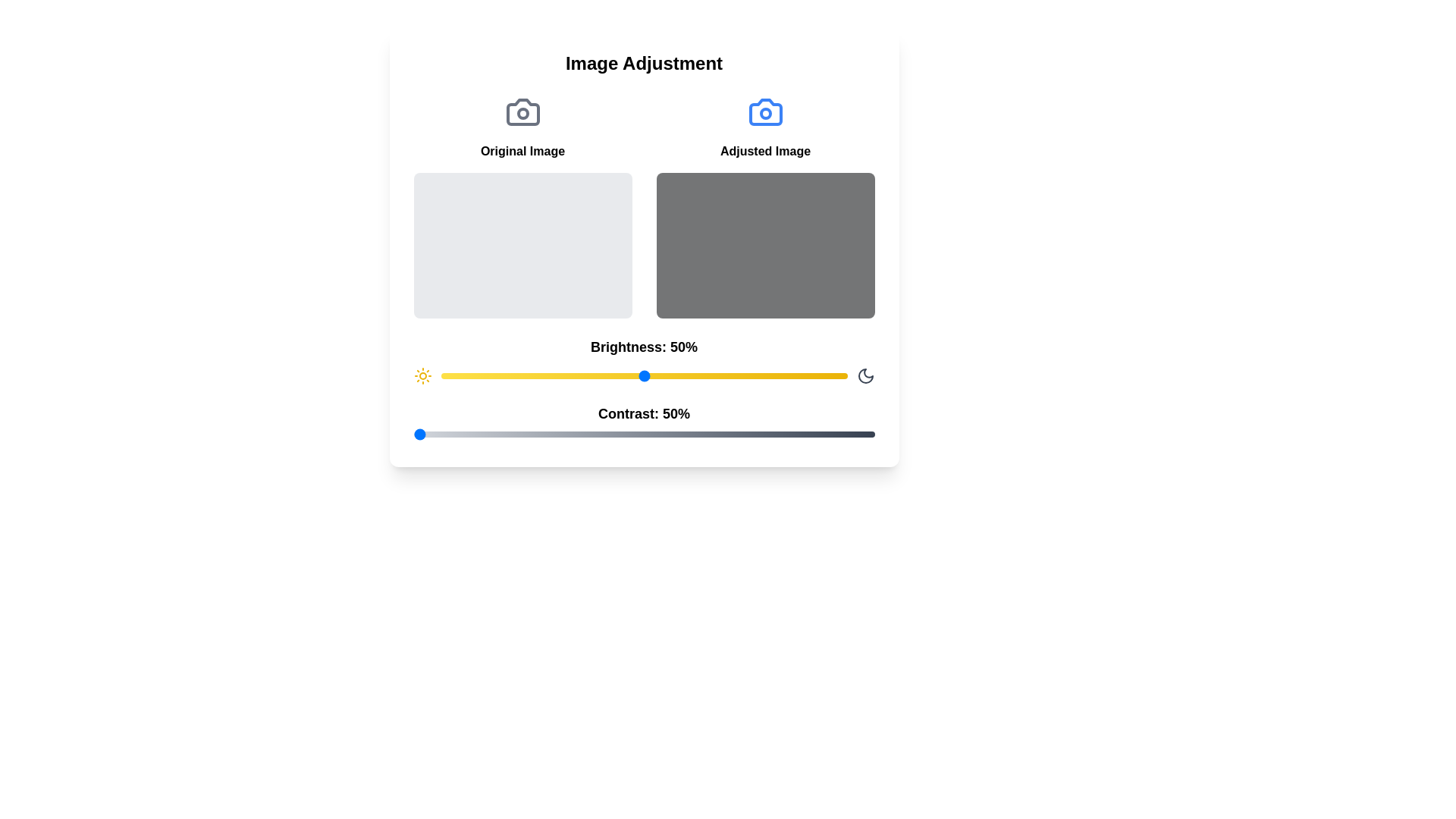 This screenshot has width=1456, height=819. What do you see at coordinates (506, 375) in the screenshot?
I see `the slider value` at bounding box center [506, 375].